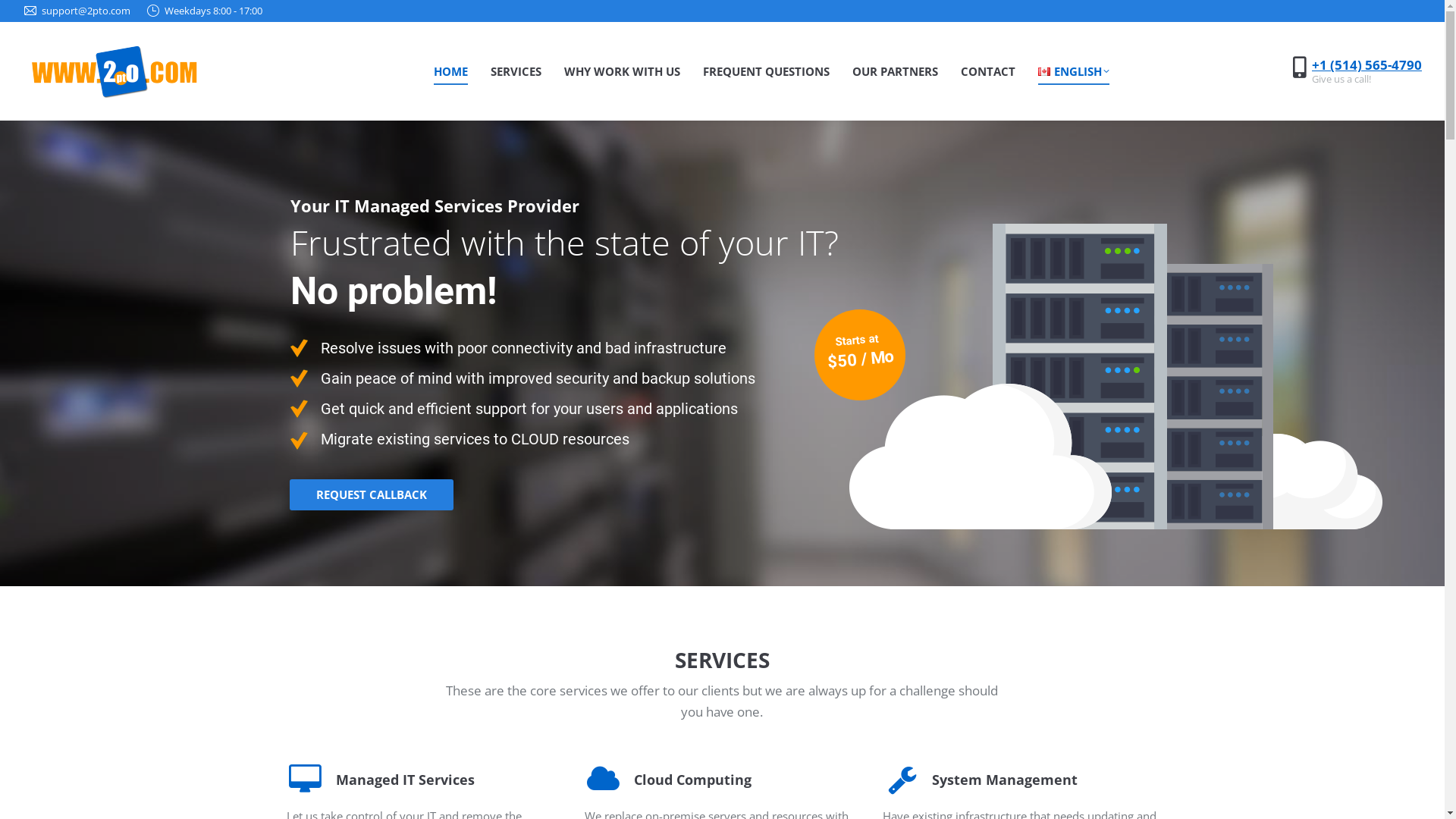 This screenshot has width=1456, height=819. Describe the element at coordinates (766, 71) in the screenshot. I see `'FREQUENT QUESTIONS'` at that location.